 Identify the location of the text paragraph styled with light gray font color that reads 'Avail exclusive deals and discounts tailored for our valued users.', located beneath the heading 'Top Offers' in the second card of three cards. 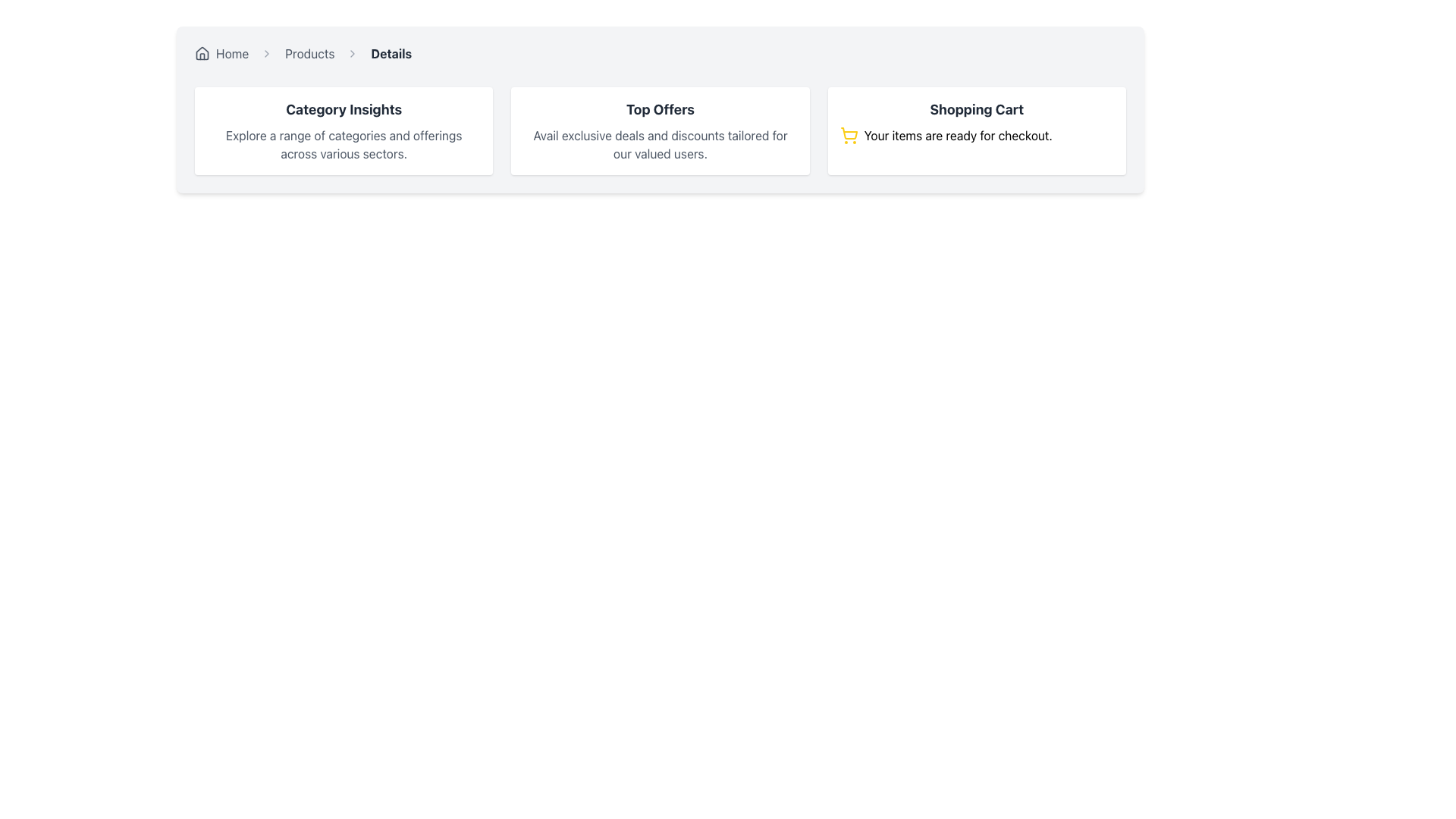
(660, 145).